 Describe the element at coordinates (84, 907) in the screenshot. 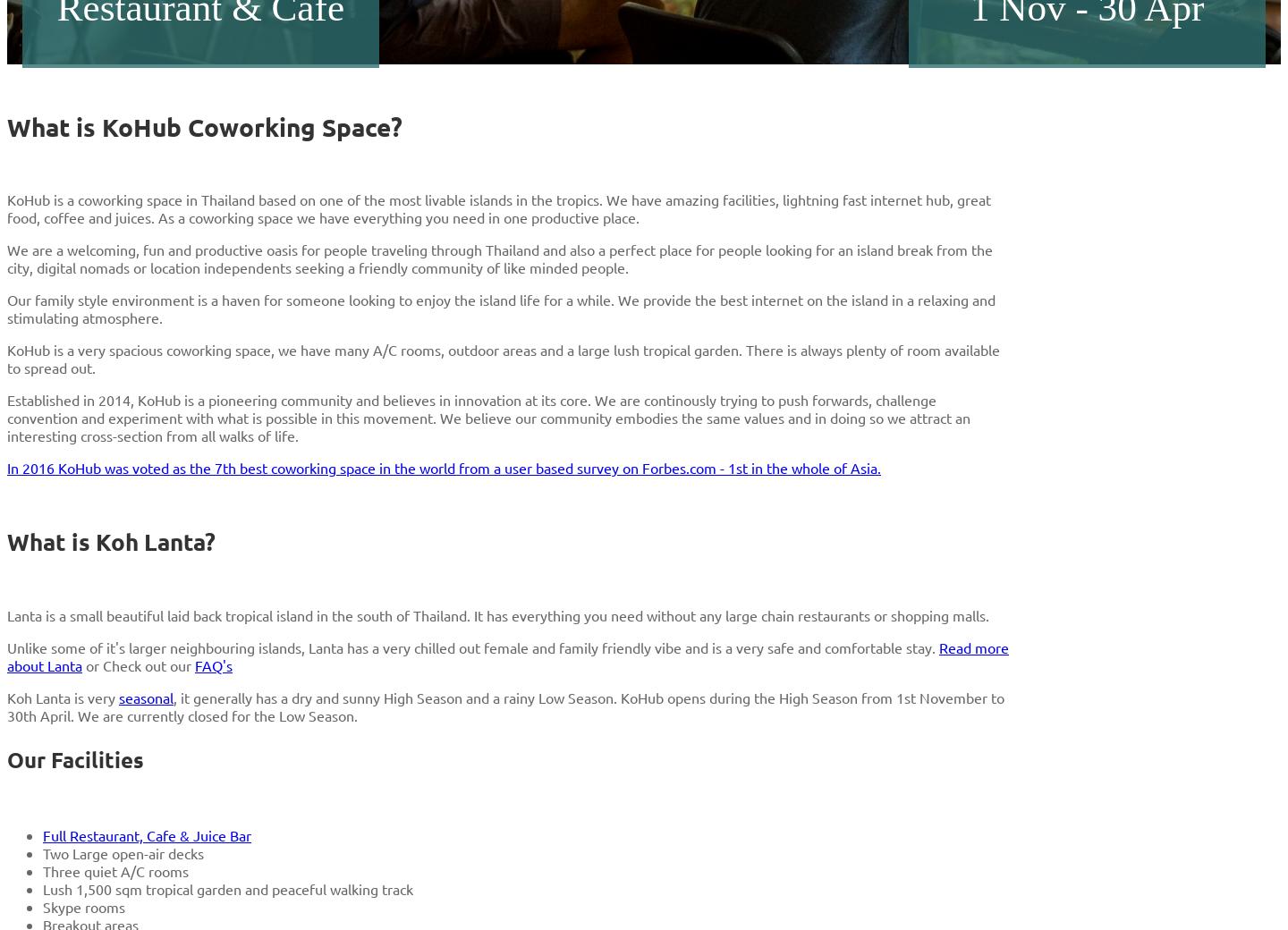

I see `'Skype rooms'` at that location.